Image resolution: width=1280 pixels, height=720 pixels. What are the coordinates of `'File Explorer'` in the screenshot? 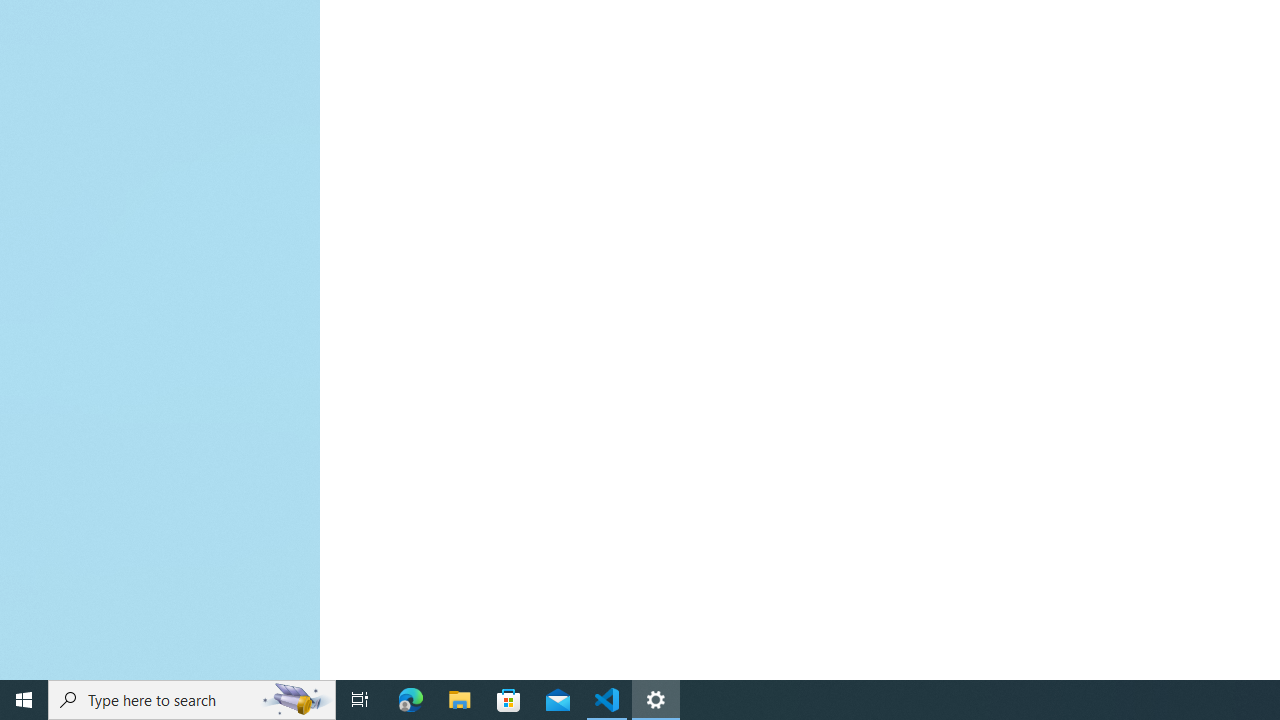 It's located at (459, 698).